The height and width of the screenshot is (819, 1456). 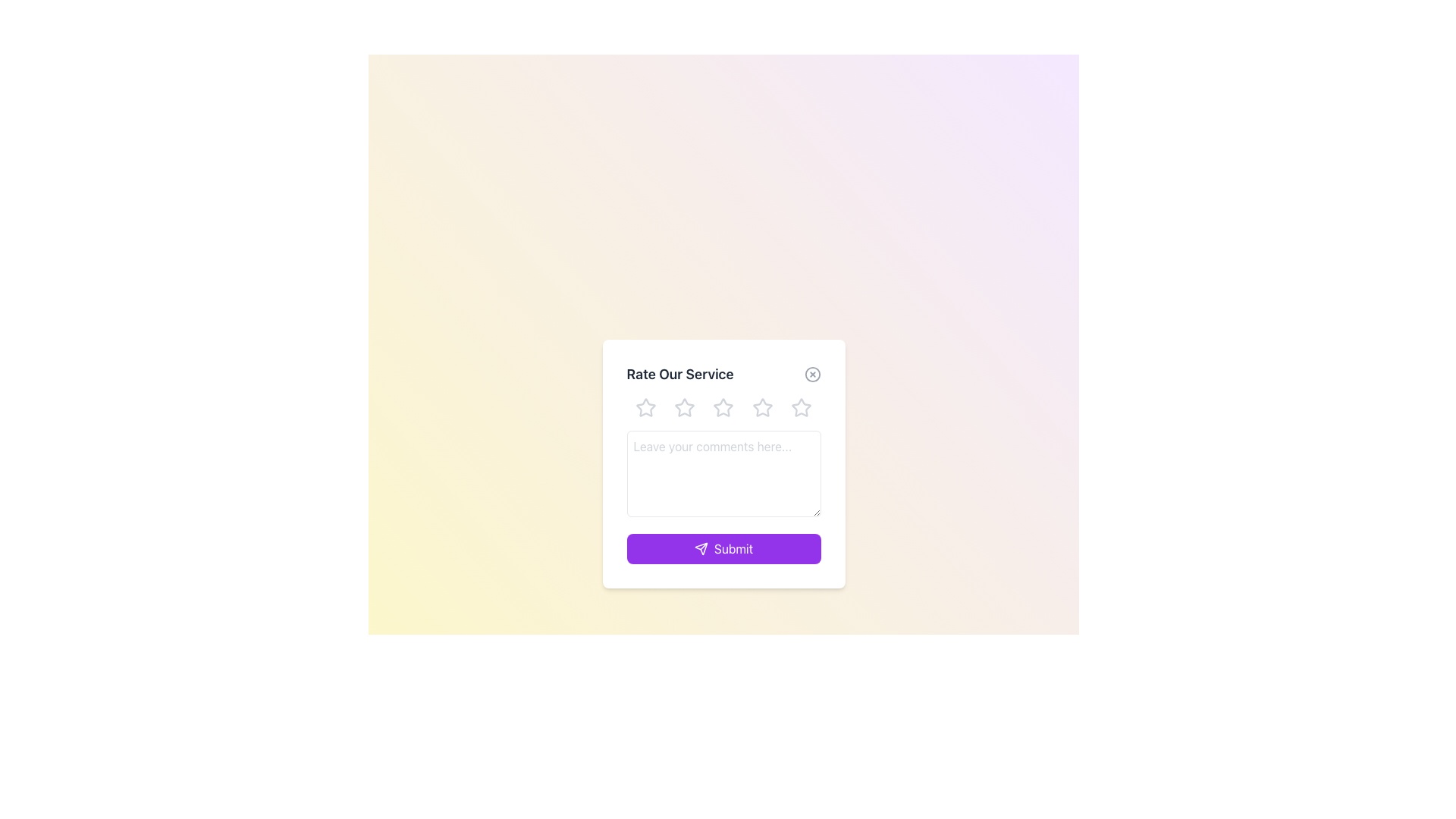 I want to click on the fourth star icon in the rating system, which allows users to select their rating feedback, so click(x=762, y=406).